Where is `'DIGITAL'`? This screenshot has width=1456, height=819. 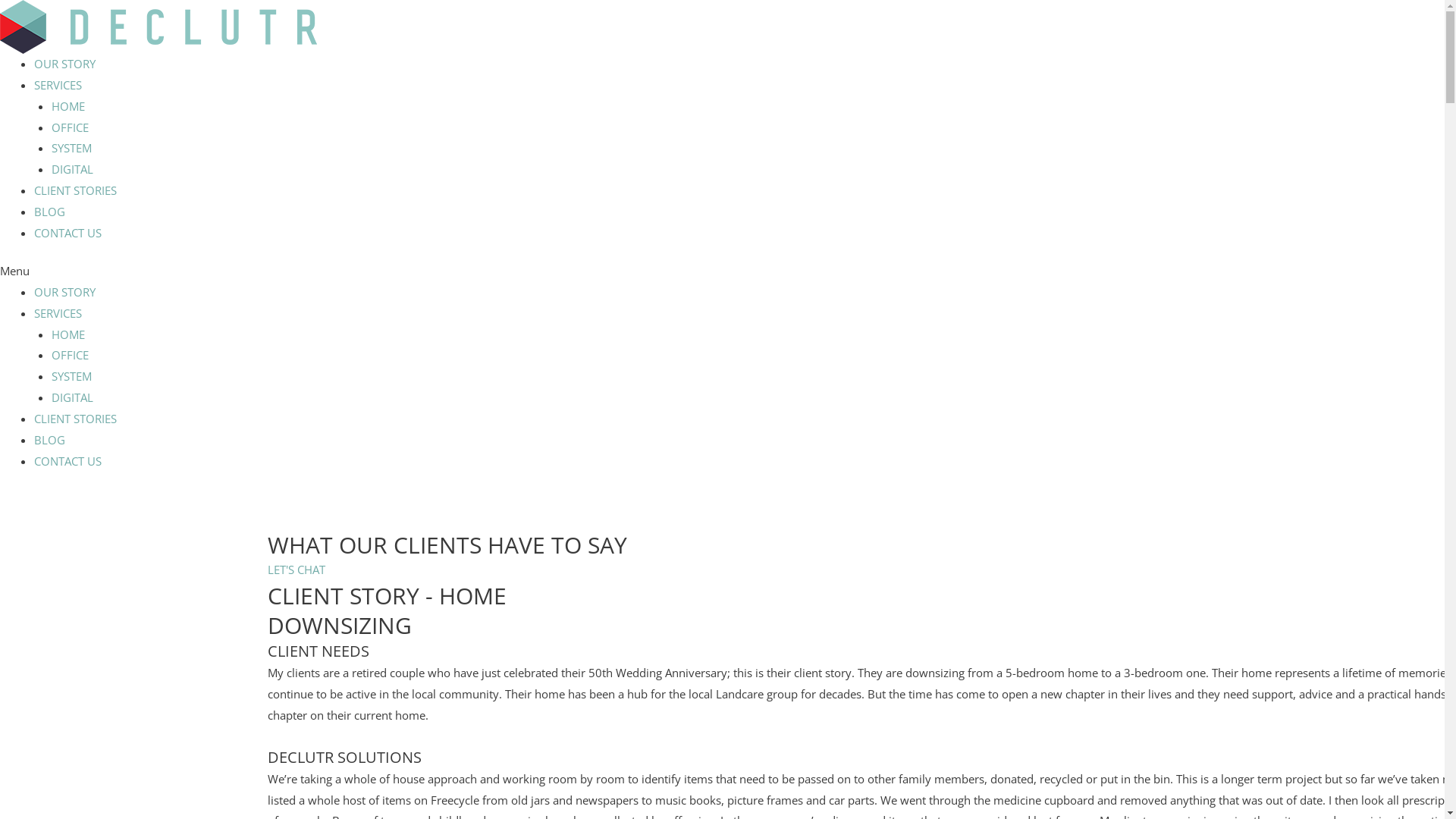 'DIGITAL' is located at coordinates (71, 169).